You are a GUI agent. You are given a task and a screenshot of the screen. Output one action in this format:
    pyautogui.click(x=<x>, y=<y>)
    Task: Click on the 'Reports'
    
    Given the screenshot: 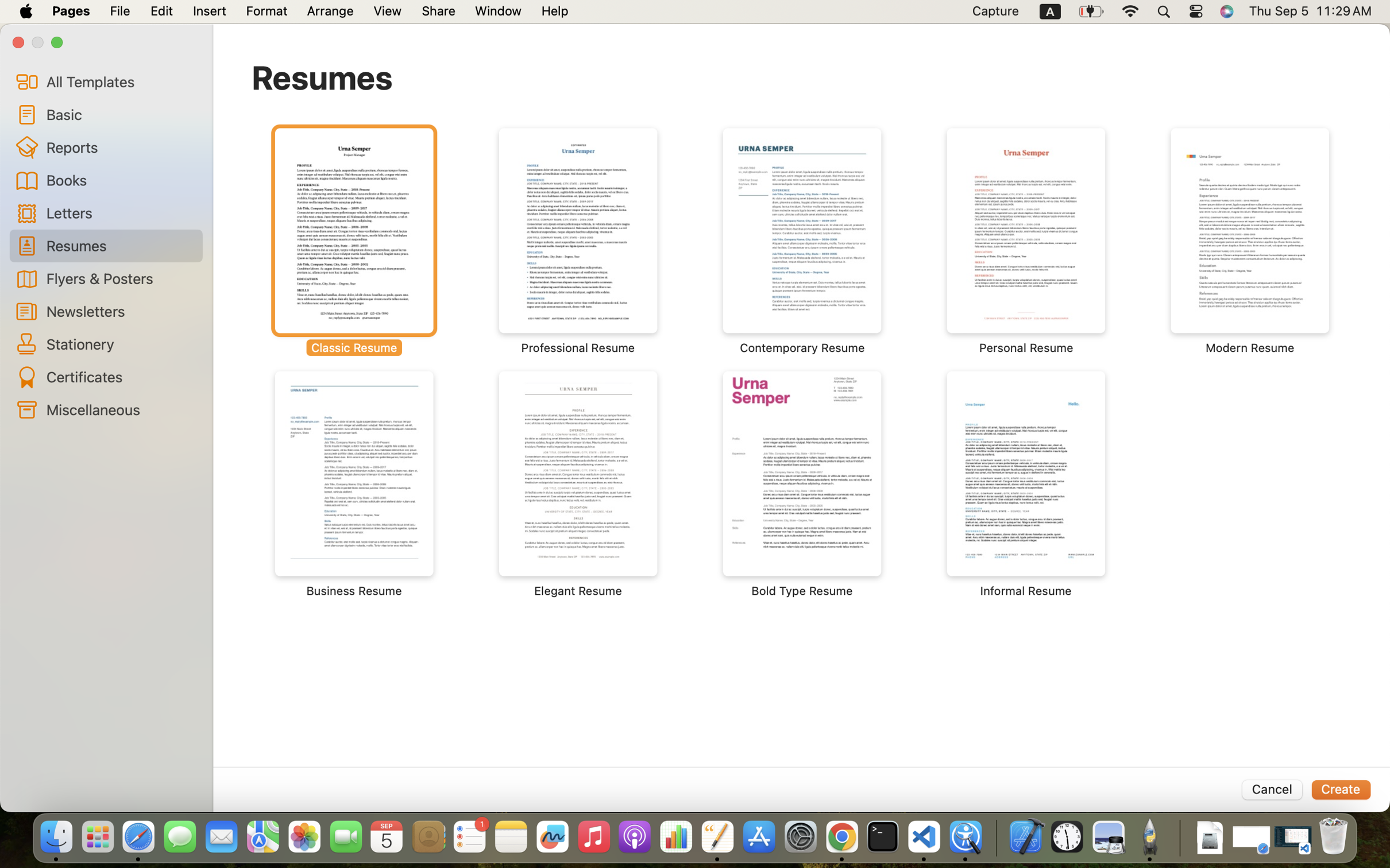 What is the action you would take?
    pyautogui.click(x=119, y=146)
    